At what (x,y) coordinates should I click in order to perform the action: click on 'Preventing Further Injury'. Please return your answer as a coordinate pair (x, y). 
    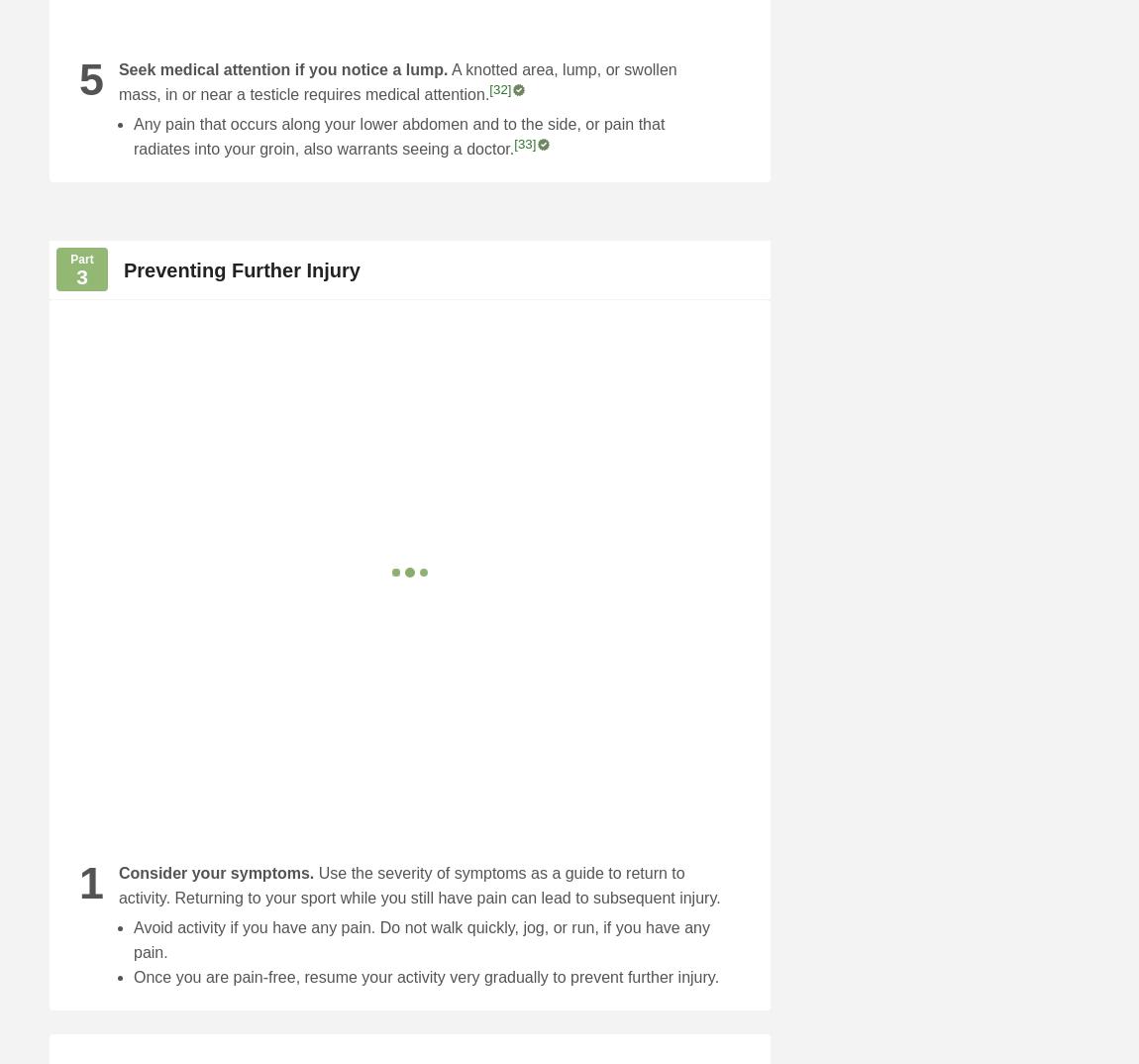
    Looking at the image, I should click on (241, 269).